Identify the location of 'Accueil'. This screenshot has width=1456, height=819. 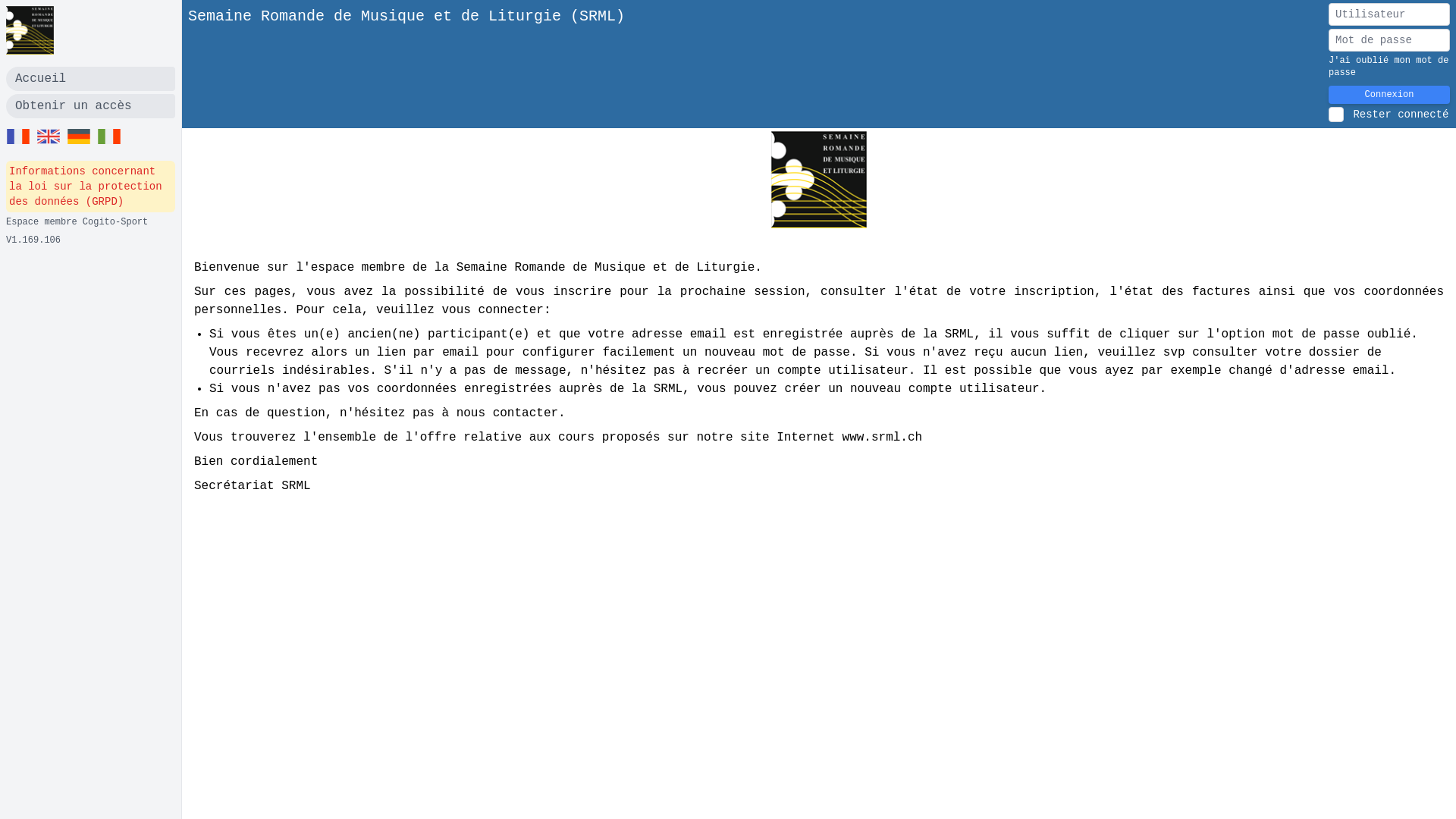
(89, 79).